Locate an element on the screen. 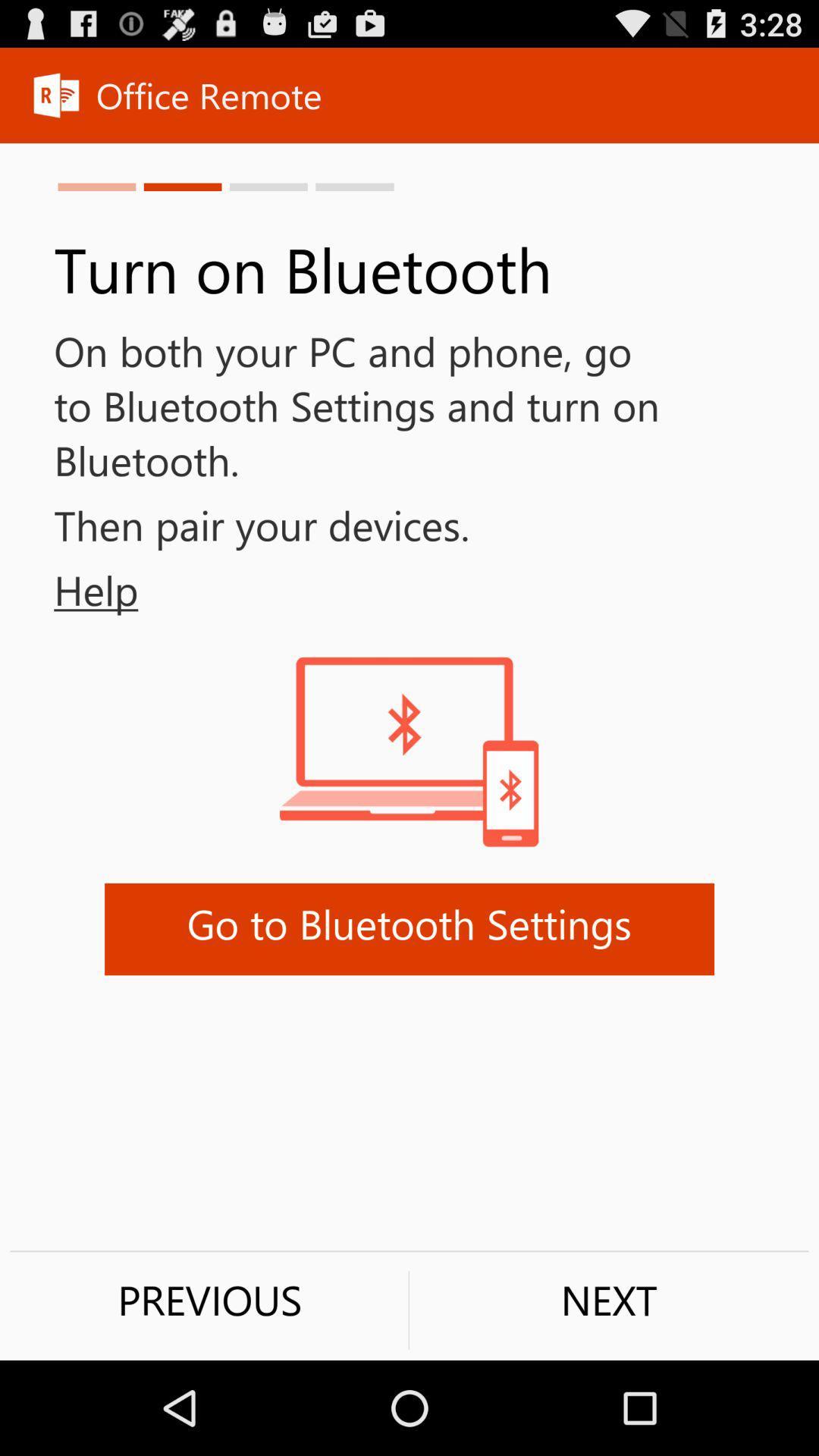 This screenshot has width=819, height=1456. the icon at the bottom right corner is located at coordinates (608, 1299).